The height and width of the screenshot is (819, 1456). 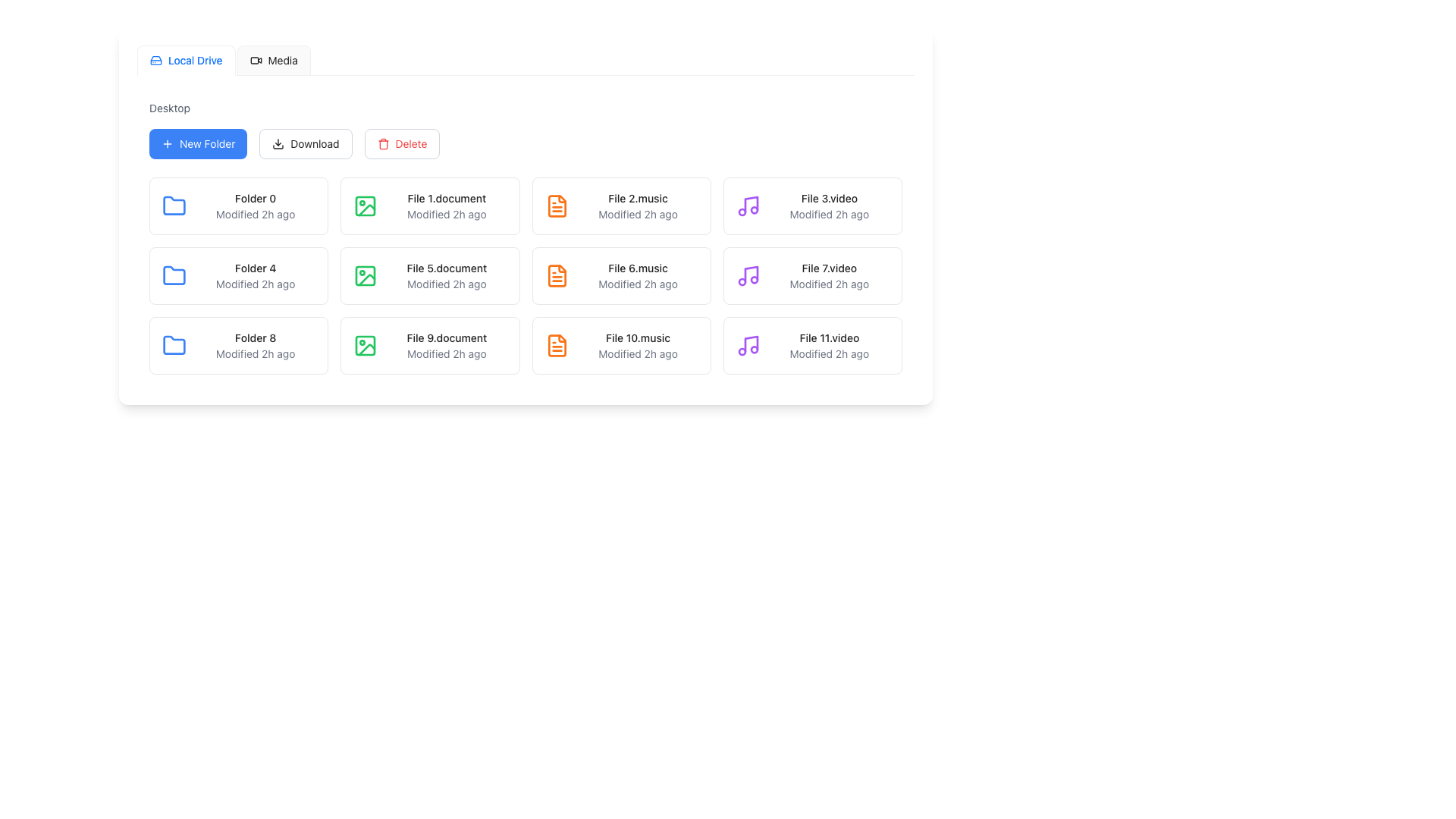 I want to click on the 'Media' tab, which is a rectangular button with a video camera icon, so click(x=274, y=60).